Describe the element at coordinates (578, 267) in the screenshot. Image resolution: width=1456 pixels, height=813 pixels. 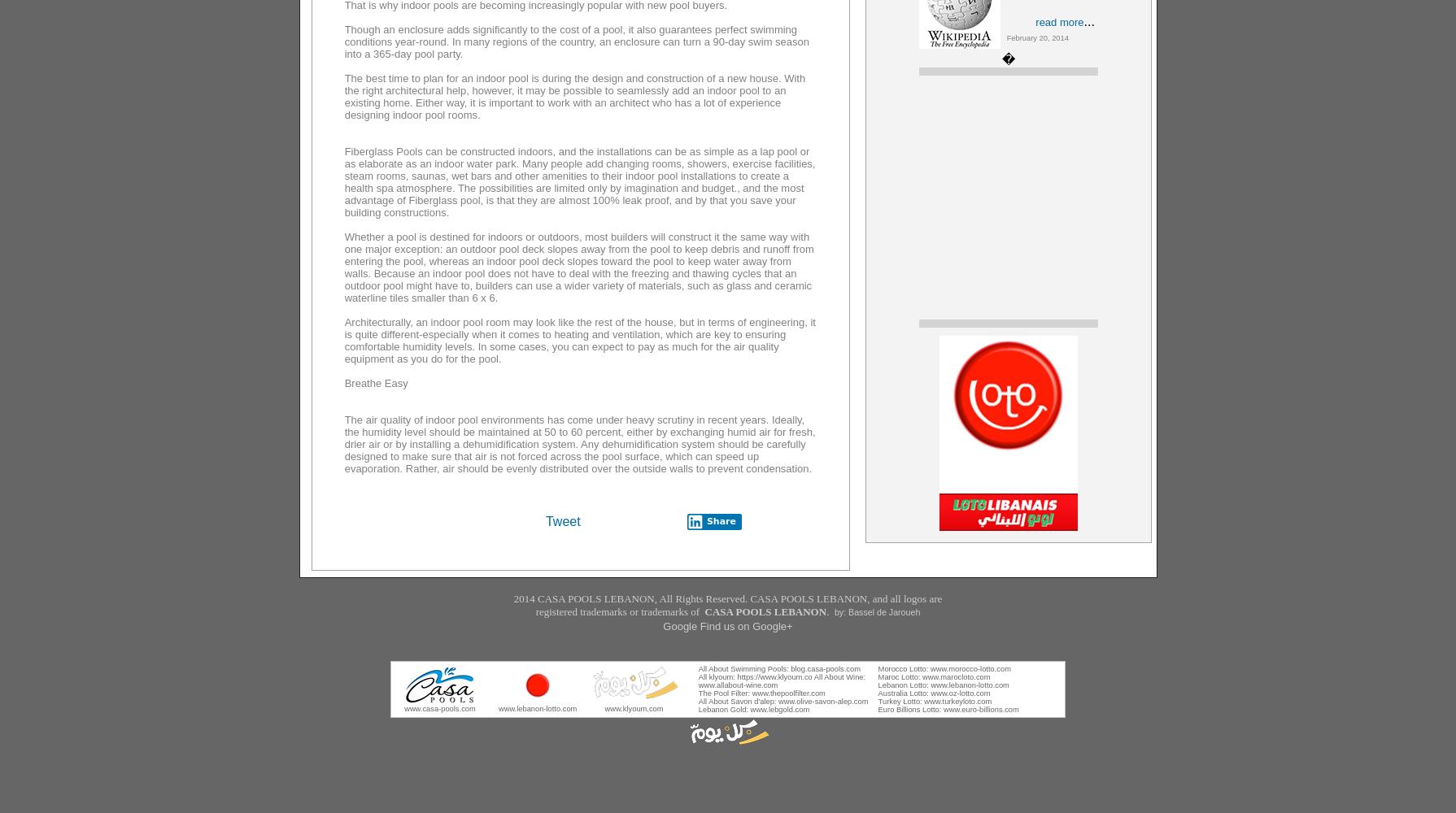
I see `'Whether a pool is destined for indoors or outdoors, most builders will construct it the same way with one major exception: an outdoor pool deck slopes away from the pool to keep debris and runoff from entering the pool, whereas an indoor pool deck slopes toward the pool to keep water away from walls. Because an indoor pool does not have to deal with the freezing and thawing cycles that an outdoor pool might have to, builders can use a wider variety of materials, such as glass and ceramic waterline tiles smaller than 6 x 6.'` at that location.